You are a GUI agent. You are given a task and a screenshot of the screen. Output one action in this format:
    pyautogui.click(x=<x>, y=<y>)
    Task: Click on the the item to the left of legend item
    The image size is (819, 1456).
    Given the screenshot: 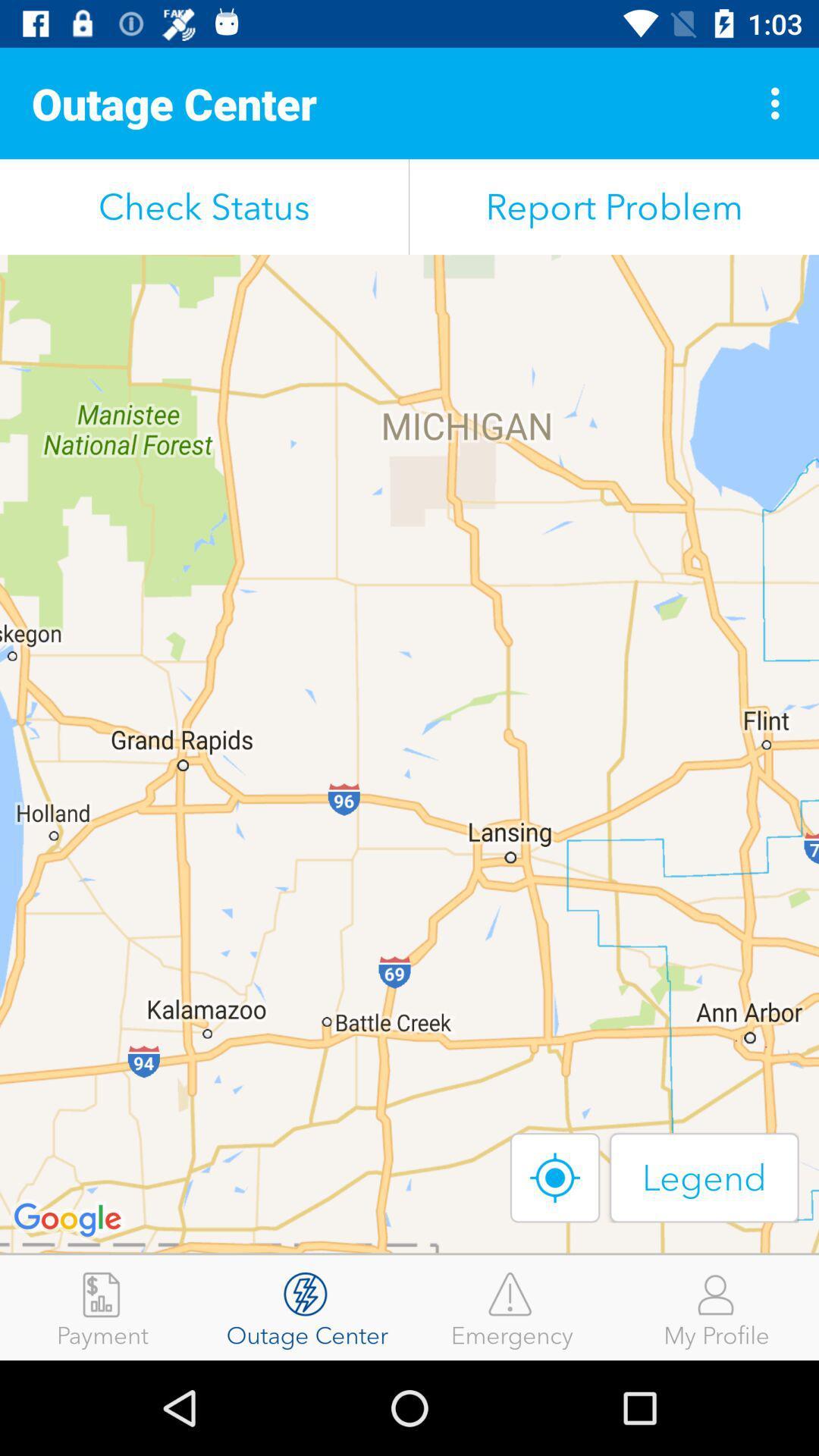 What is the action you would take?
    pyautogui.click(x=555, y=1177)
    